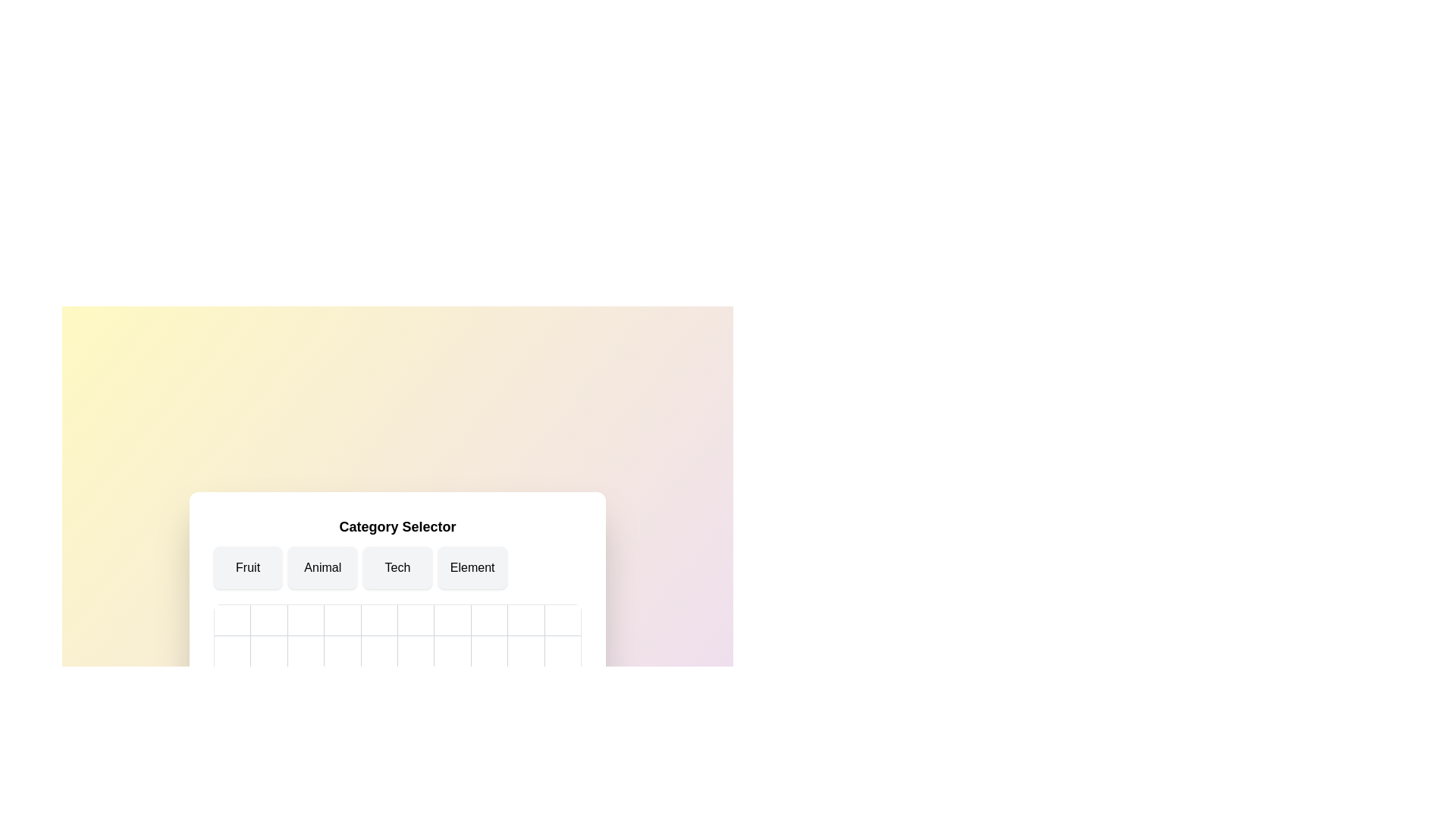 The height and width of the screenshot is (819, 1456). What do you see at coordinates (397, 567) in the screenshot?
I see `the category Tech to highlight it` at bounding box center [397, 567].